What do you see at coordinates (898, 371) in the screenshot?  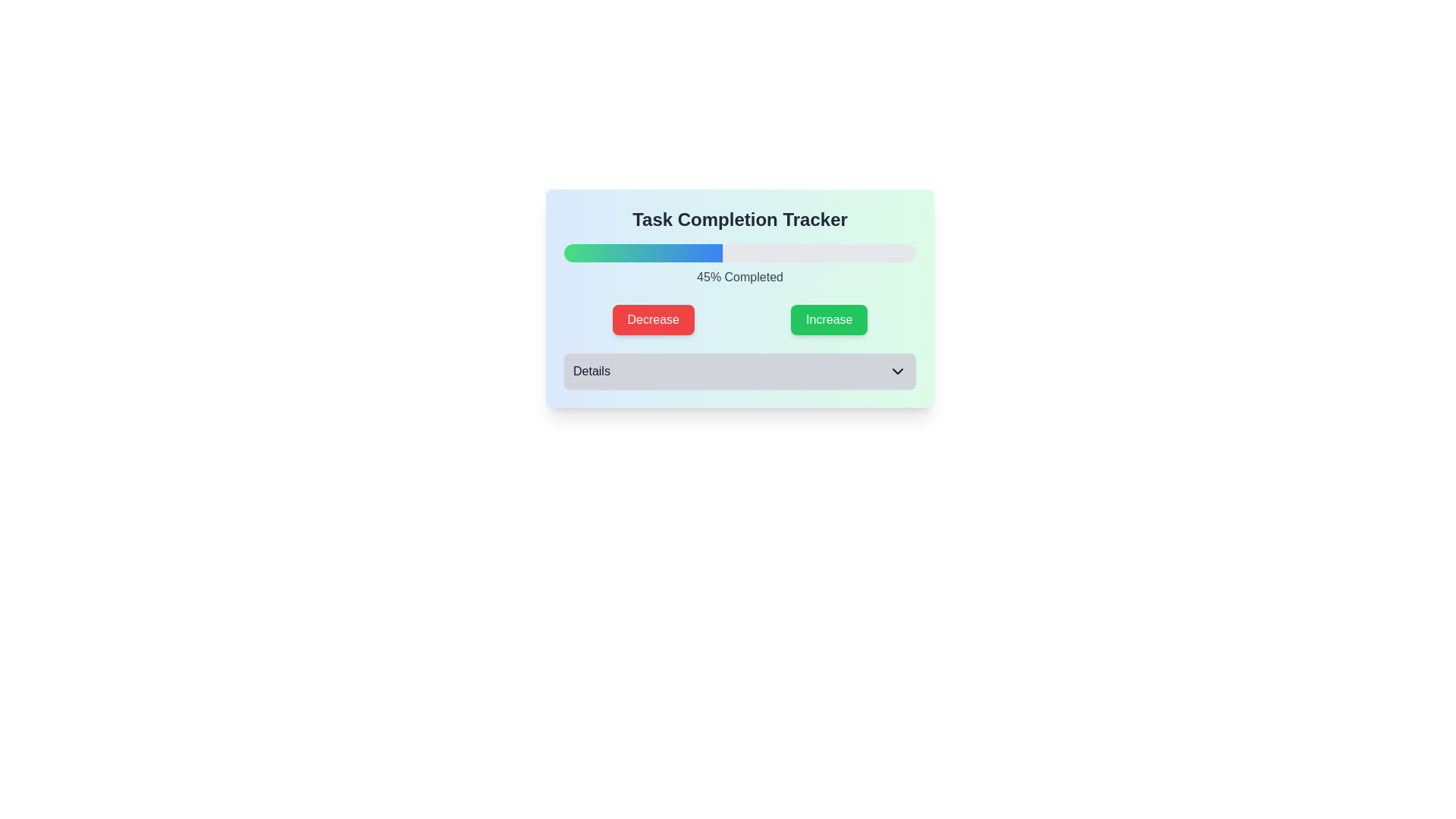 I see `the downward-facing chevron icon button located on the right-hand side of the 'Details' bar` at bounding box center [898, 371].